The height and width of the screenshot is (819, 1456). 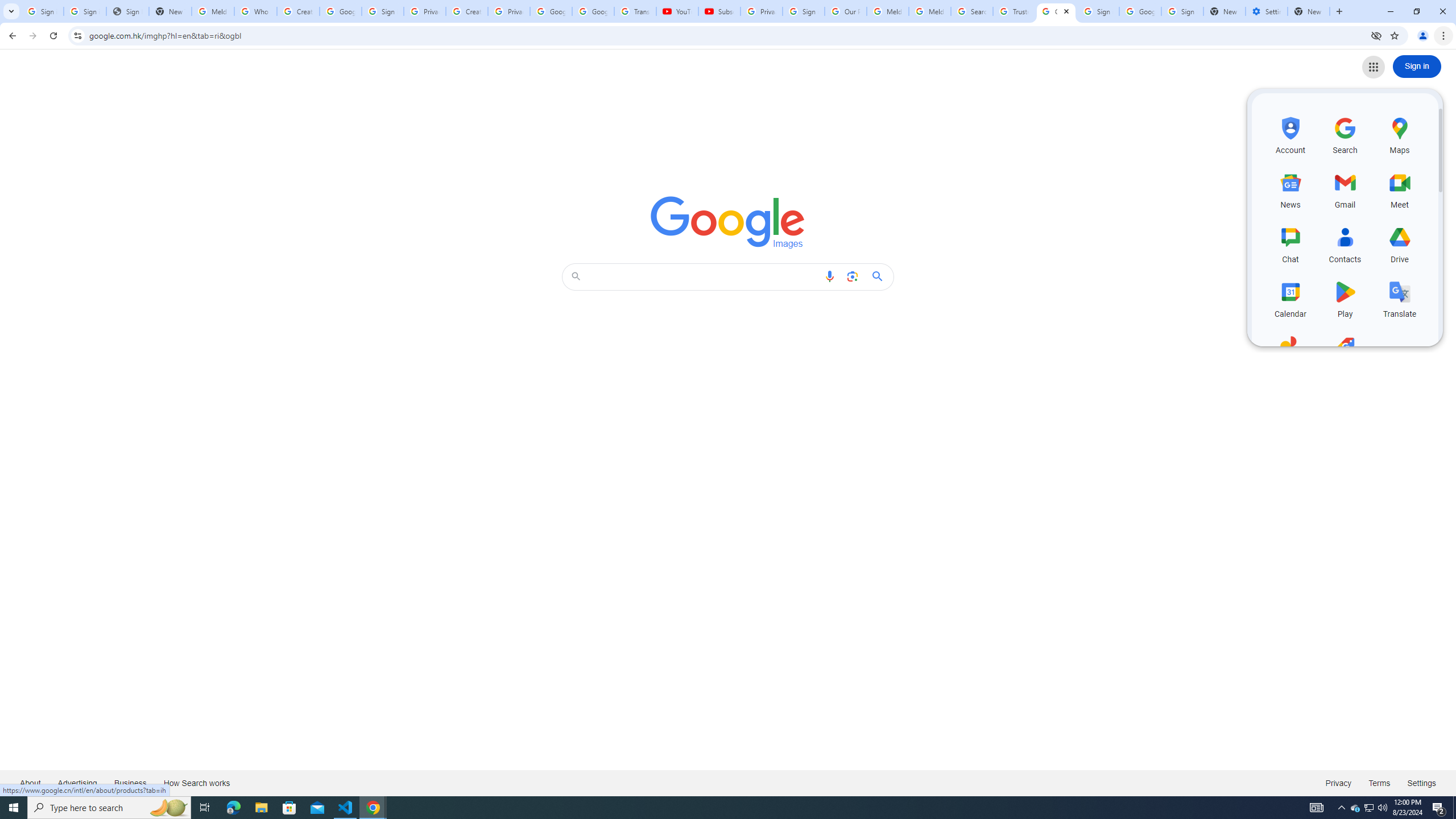 What do you see at coordinates (718, 11) in the screenshot?
I see `'Subscriptions - YouTube'` at bounding box center [718, 11].